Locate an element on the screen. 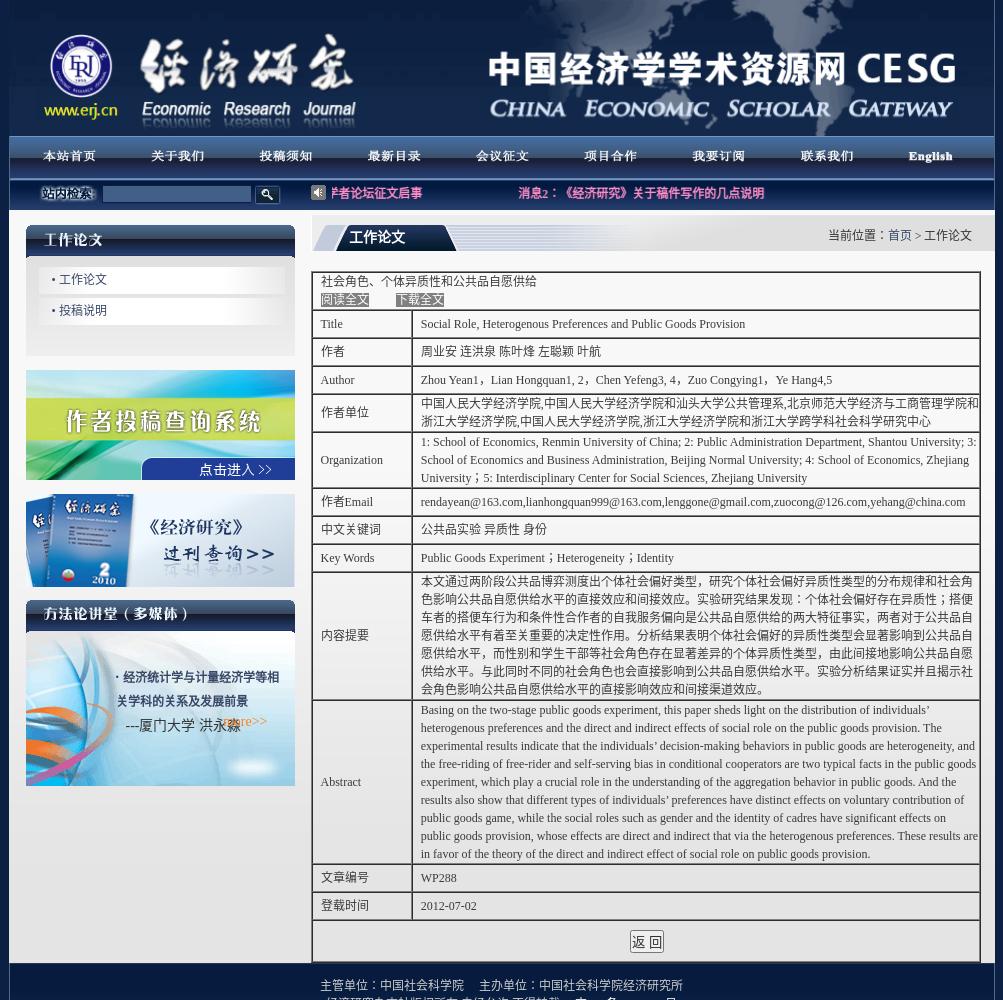 The image size is (1003, 1000). 'Abstract' is located at coordinates (339, 782).